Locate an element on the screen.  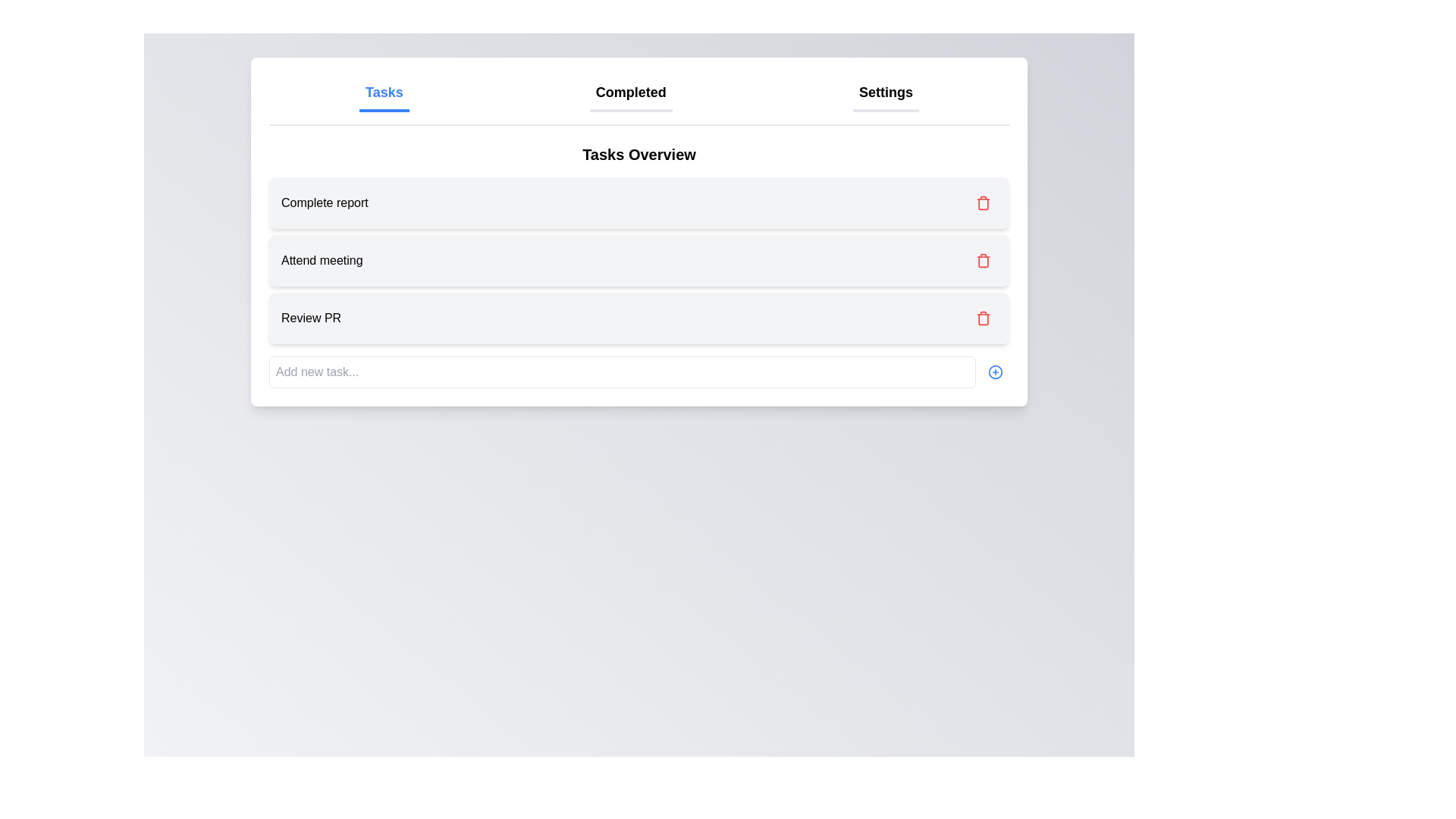
the red trash icon button with a white background, located at the far right of the 'Complete report' row in the task list, to possibly see a tooltip is located at coordinates (983, 202).